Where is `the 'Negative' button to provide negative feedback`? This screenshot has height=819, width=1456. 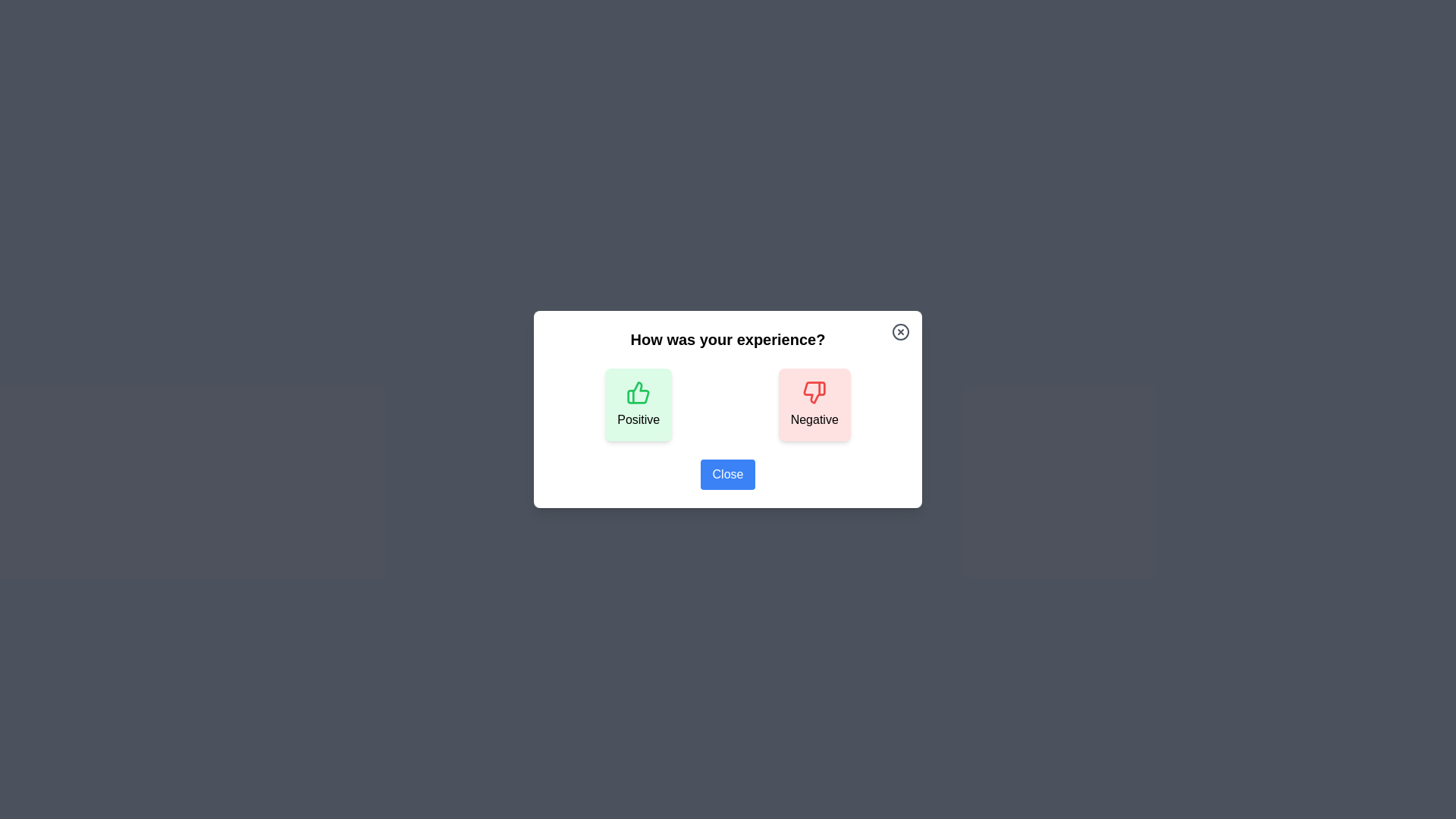 the 'Negative' button to provide negative feedback is located at coordinates (814, 403).